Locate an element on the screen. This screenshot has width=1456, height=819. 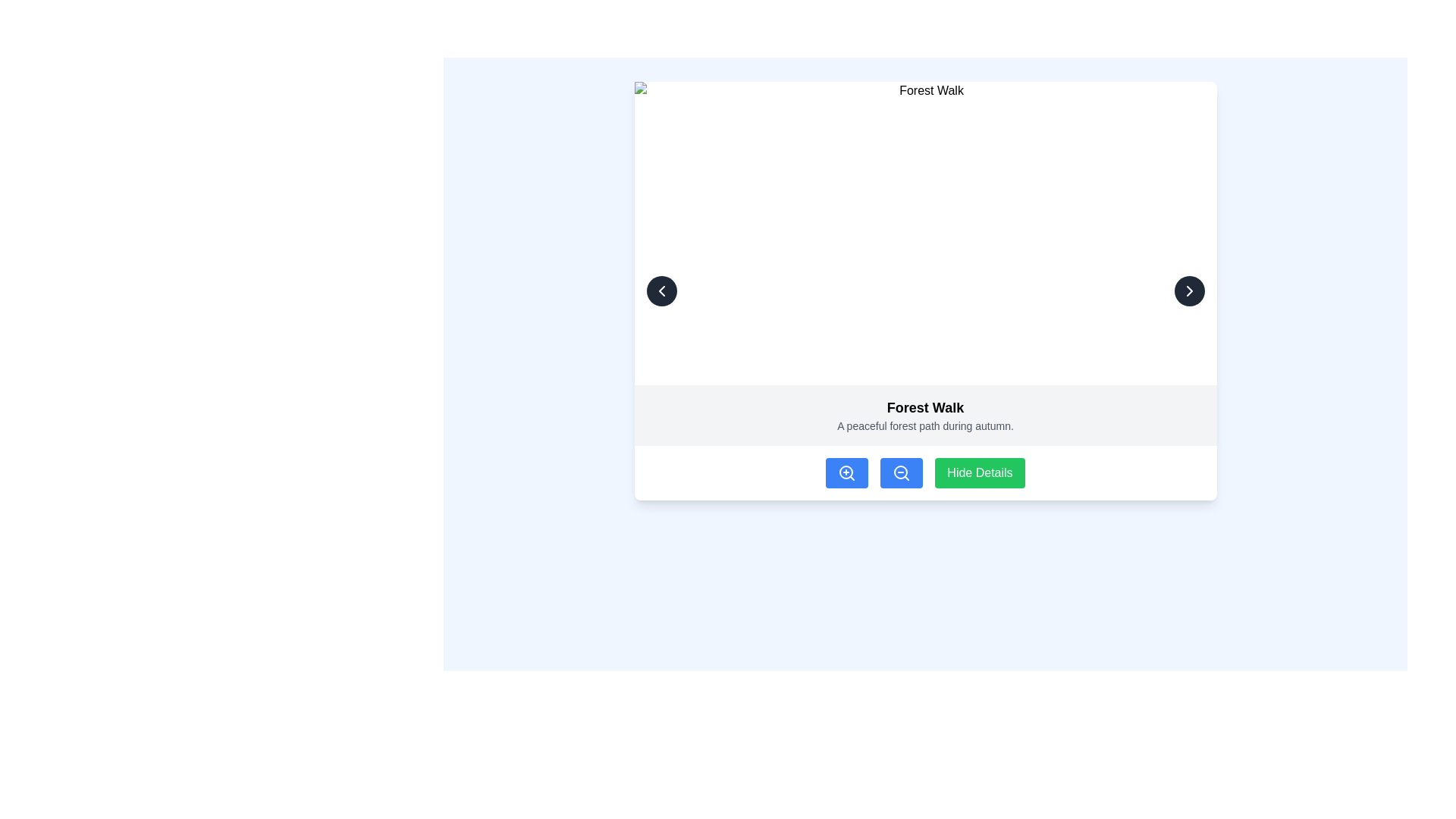
the rounded rectangular blue button with a white magnifying glass icon, which is the second button in a row of three at the bottom of the card labeled 'Hide Details' is located at coordinates (902, 472).